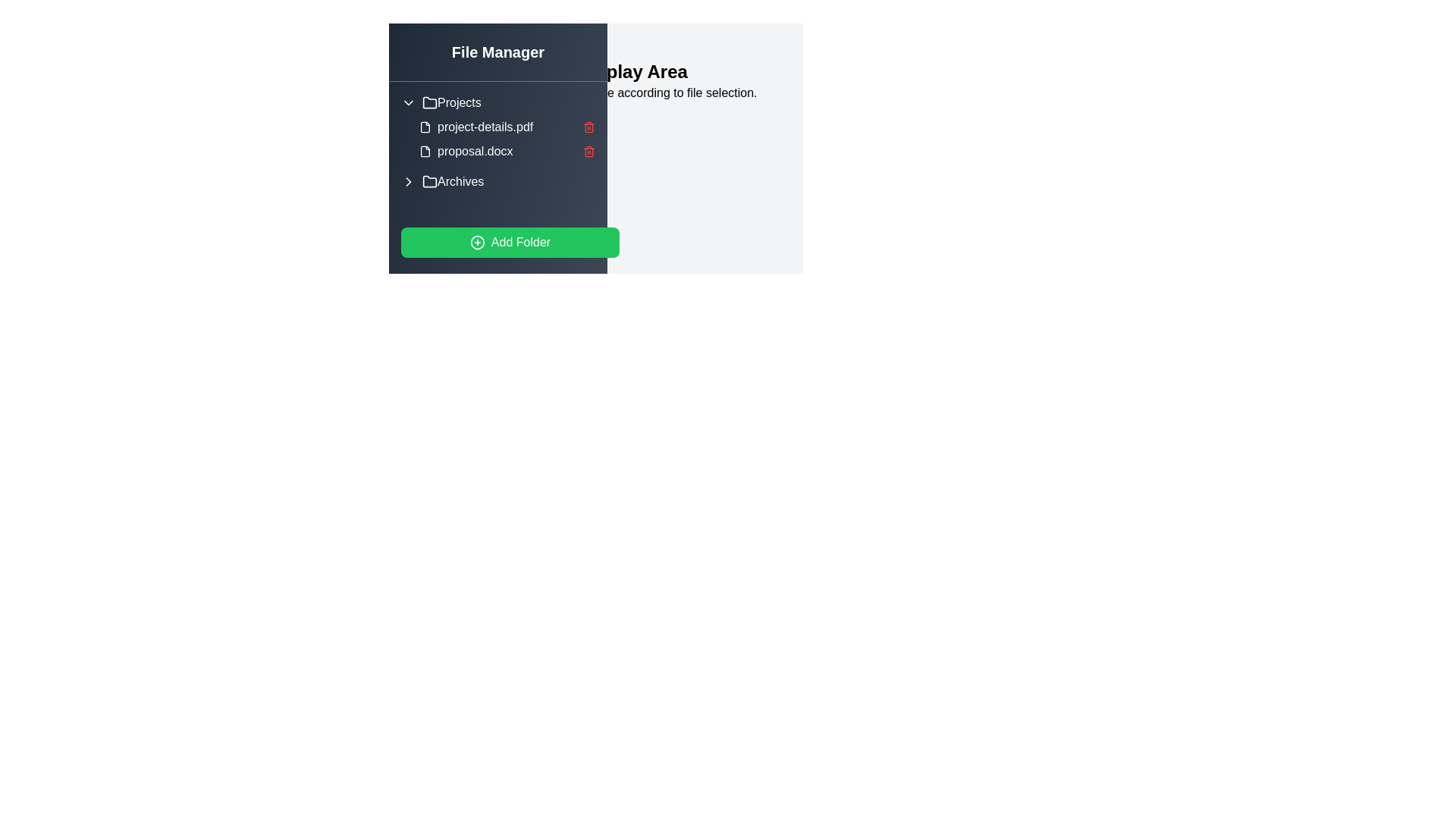  What do you see at coordinates (507, 140) in the screenshot?
I see `the delete icon next to the file names 'project-details.pdf' and 'proposal.docx' in the file list under the 'Projects' section` at bounding box center [507, 140].